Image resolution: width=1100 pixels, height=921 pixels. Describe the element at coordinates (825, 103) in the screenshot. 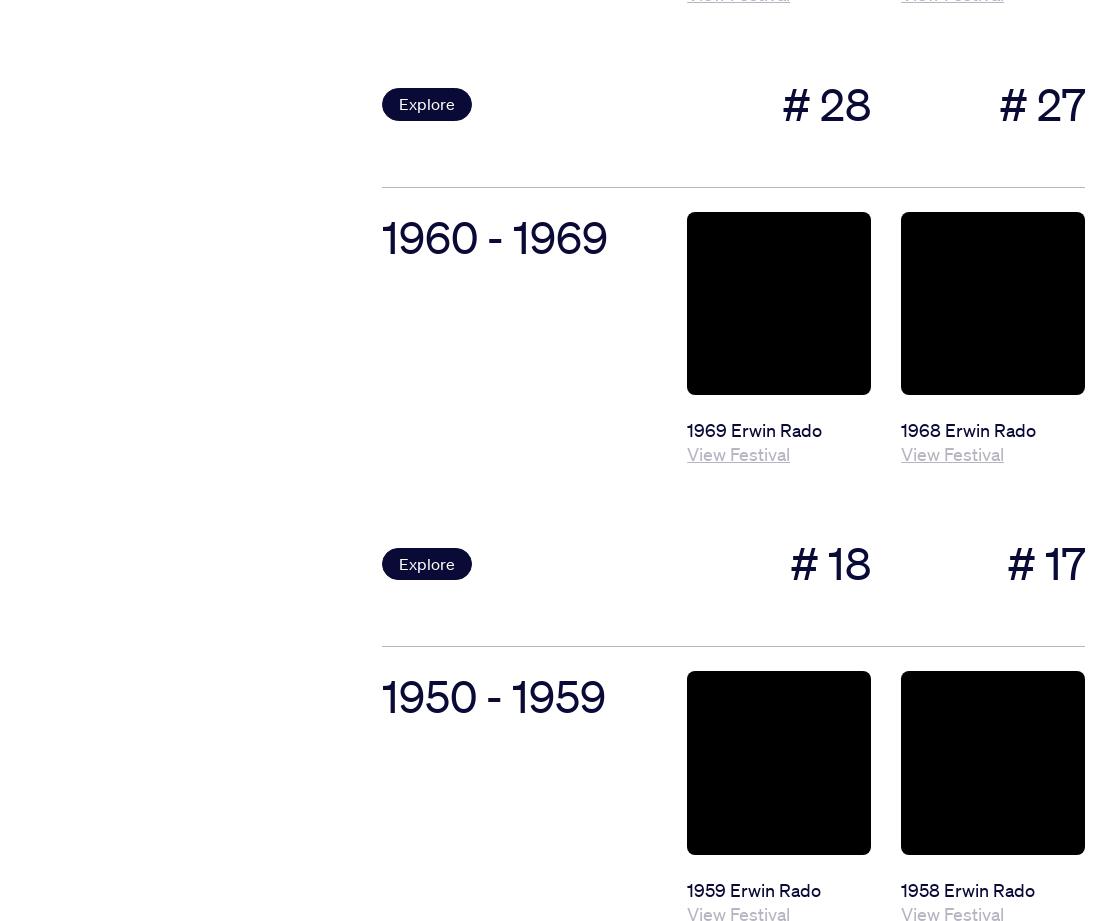

I see `'# 28'` at that location.